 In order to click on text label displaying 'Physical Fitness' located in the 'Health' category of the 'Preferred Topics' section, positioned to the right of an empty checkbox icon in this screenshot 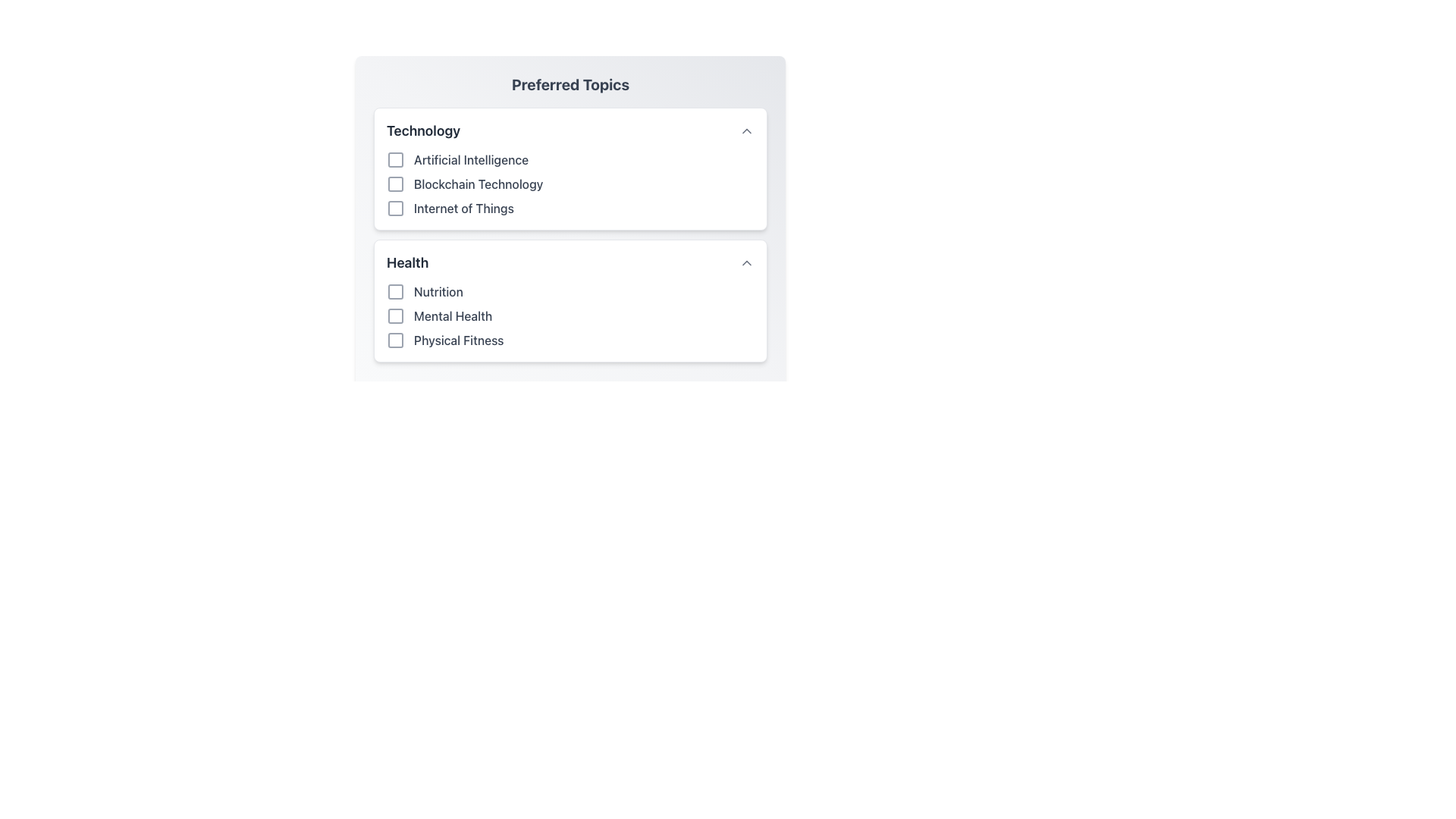, I will do `click(458, 339)`.